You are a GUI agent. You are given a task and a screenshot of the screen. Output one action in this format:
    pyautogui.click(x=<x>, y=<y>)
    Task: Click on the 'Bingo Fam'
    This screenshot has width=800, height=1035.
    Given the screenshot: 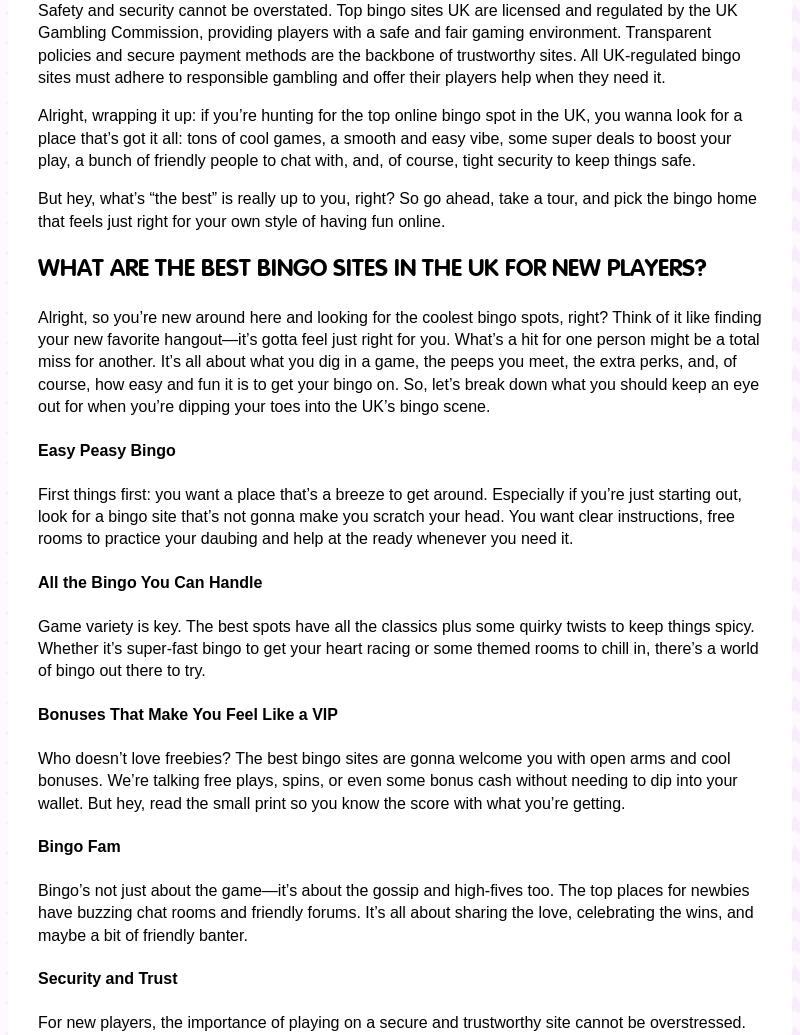 What is the action you would take?
    pyautogui.click(x=79, y=845)
    